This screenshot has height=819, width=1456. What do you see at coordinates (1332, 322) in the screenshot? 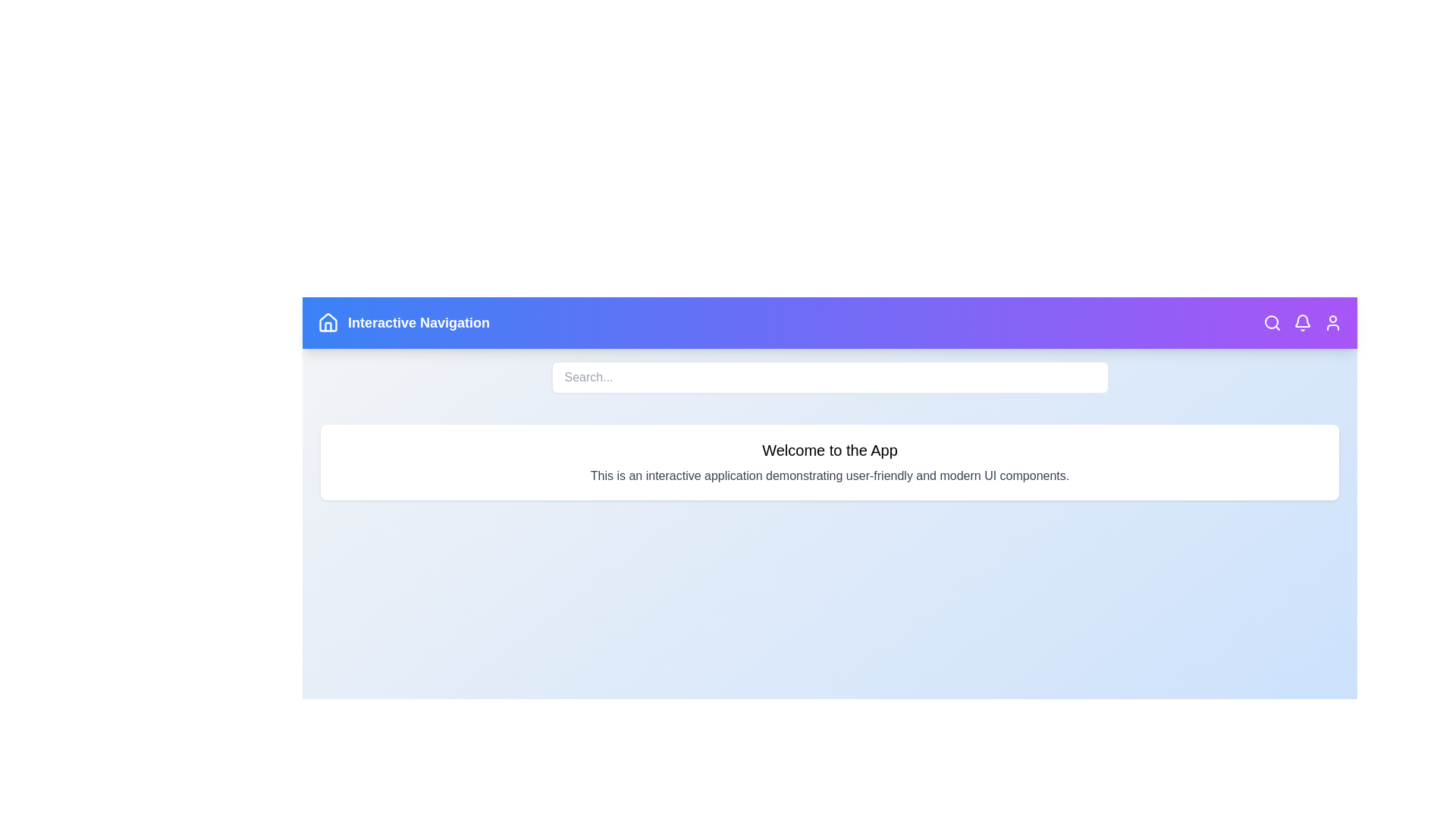
I see `the User icon to access the user profile or settings` at bounding box center [1332, 322].